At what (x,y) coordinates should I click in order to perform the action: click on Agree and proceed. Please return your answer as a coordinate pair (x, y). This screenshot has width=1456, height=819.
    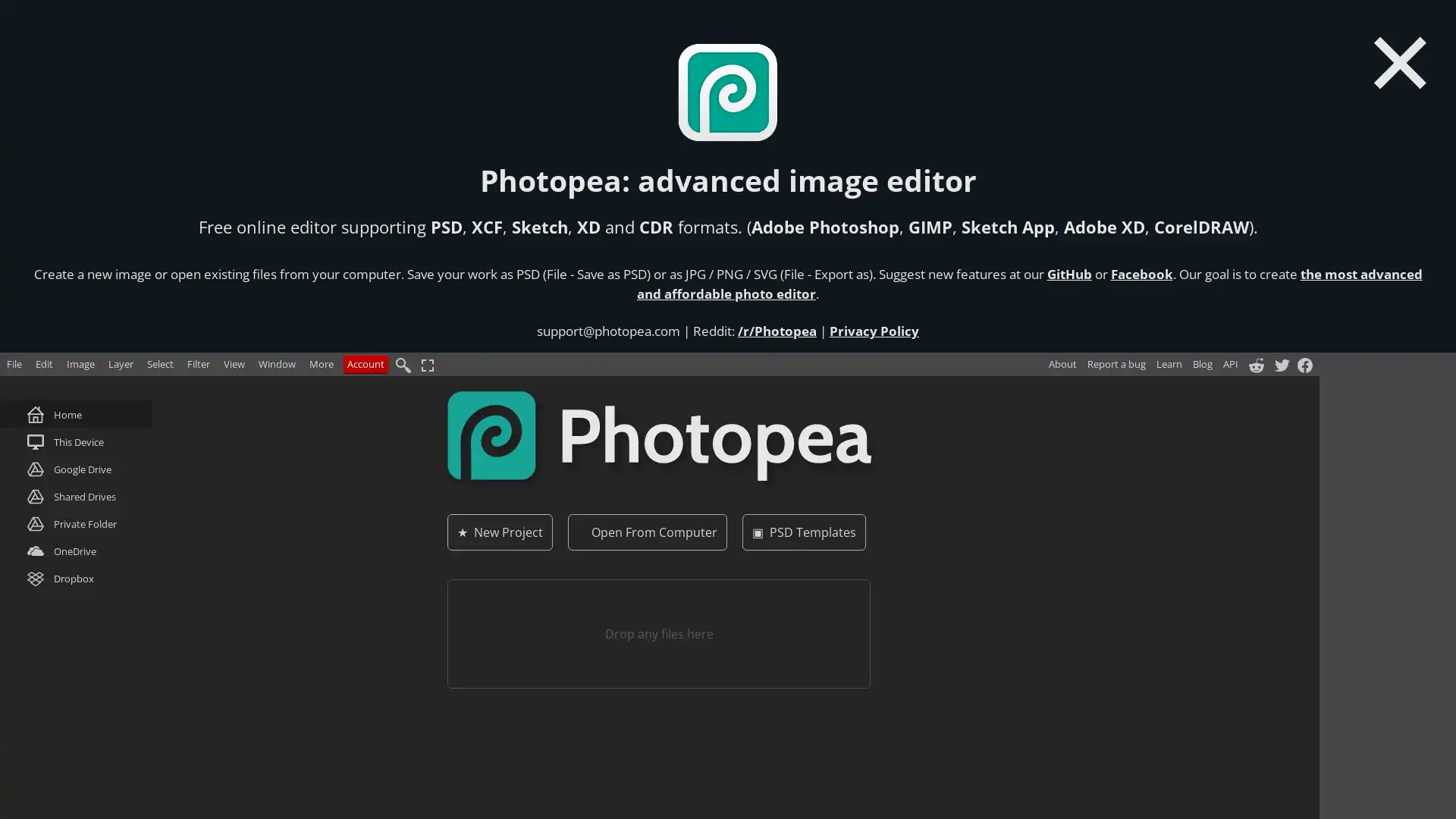
    Looking at the image, I should click on (273, 791).